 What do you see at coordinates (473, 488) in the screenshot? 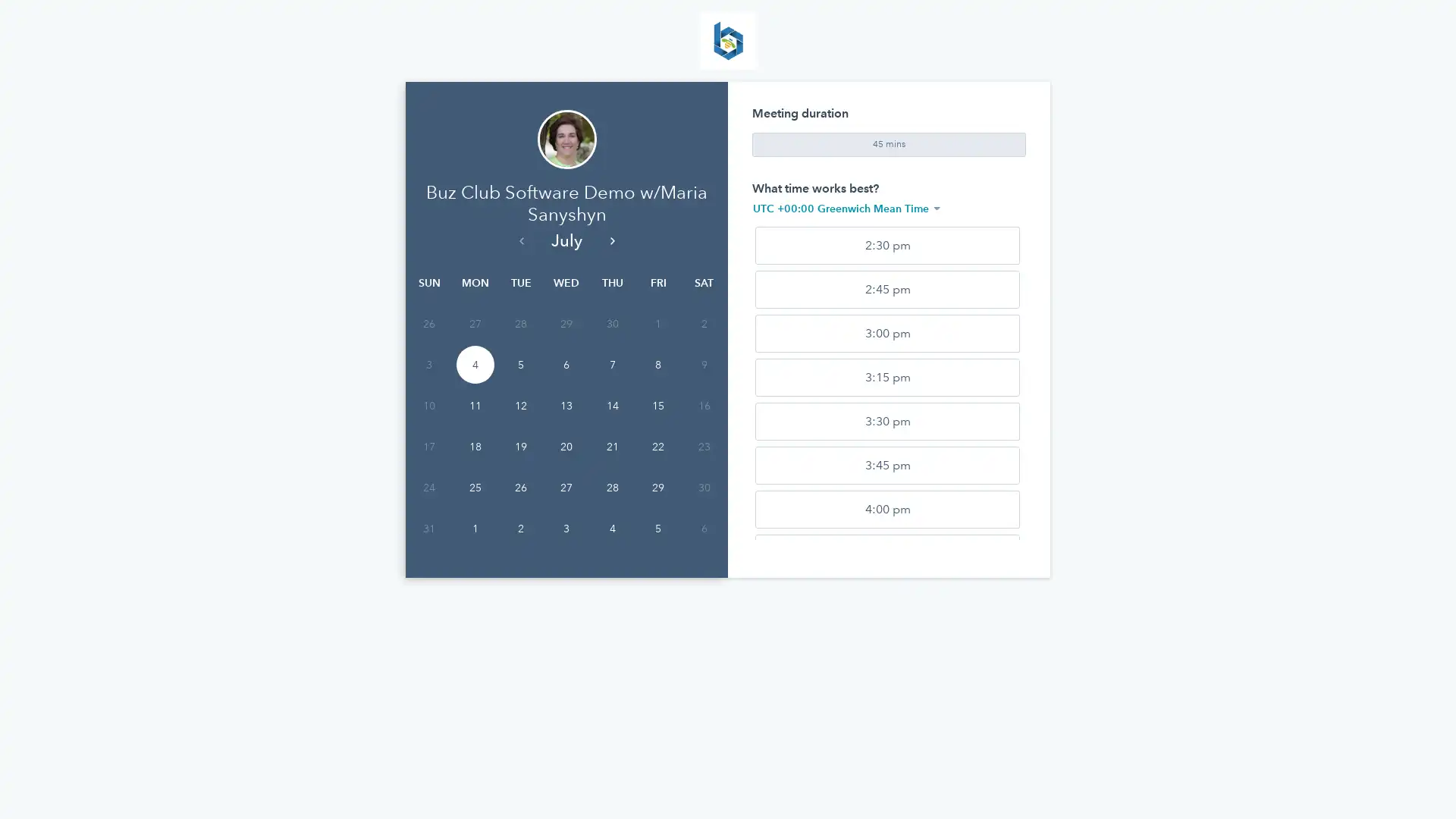
I see `July 25th` at bounding box center [473, 488].